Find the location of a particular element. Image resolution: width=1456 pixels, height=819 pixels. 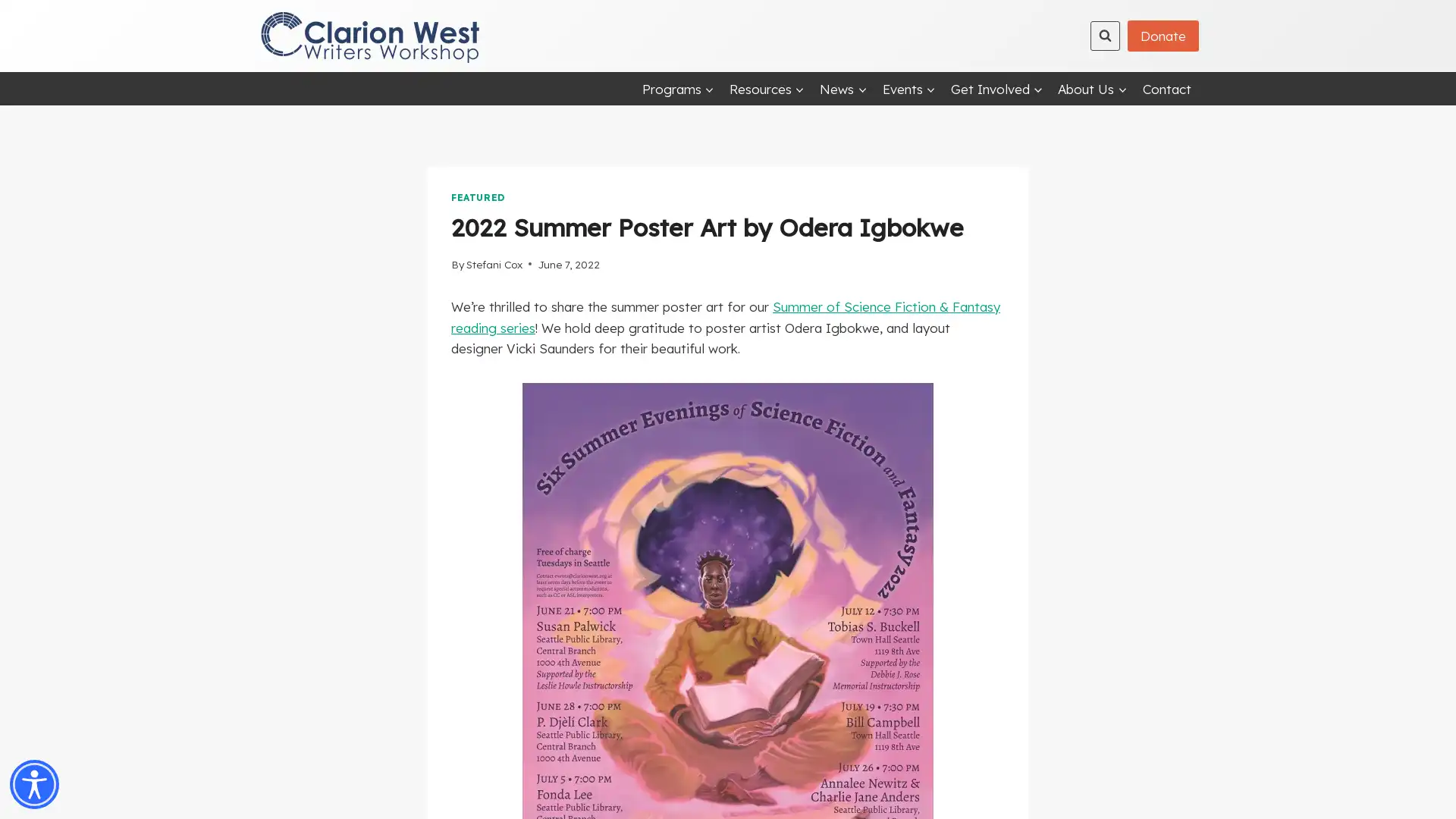

Expand child menu is located at coordinates (1092, 88).